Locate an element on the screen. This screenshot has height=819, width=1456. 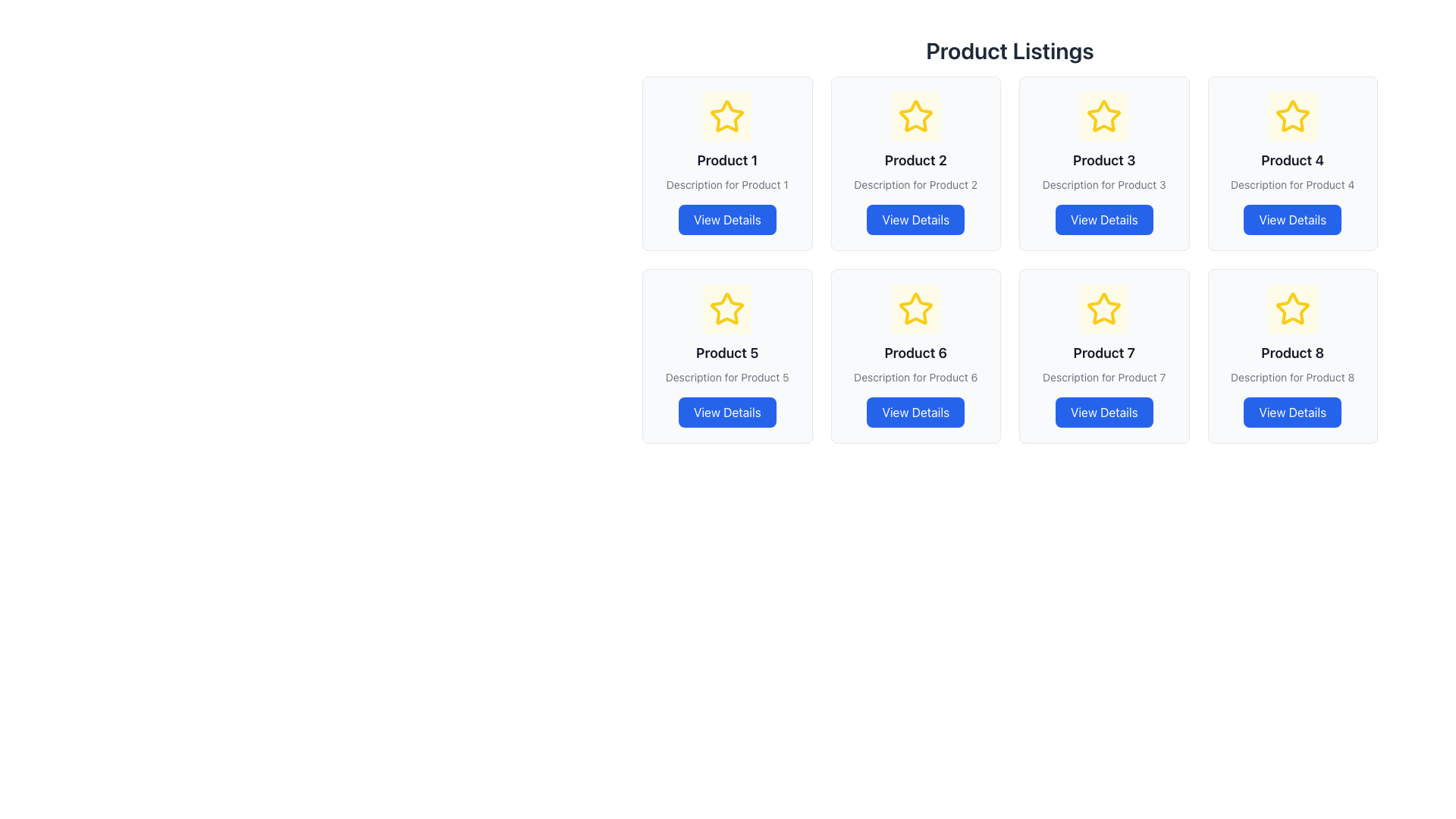
the centered text element styled in a small, gray font containing the text 'Description for Product 6', located below the title 'Product 6' and above the button 'View Details' within the card of Product 6 is located at coordinates (915, 376).